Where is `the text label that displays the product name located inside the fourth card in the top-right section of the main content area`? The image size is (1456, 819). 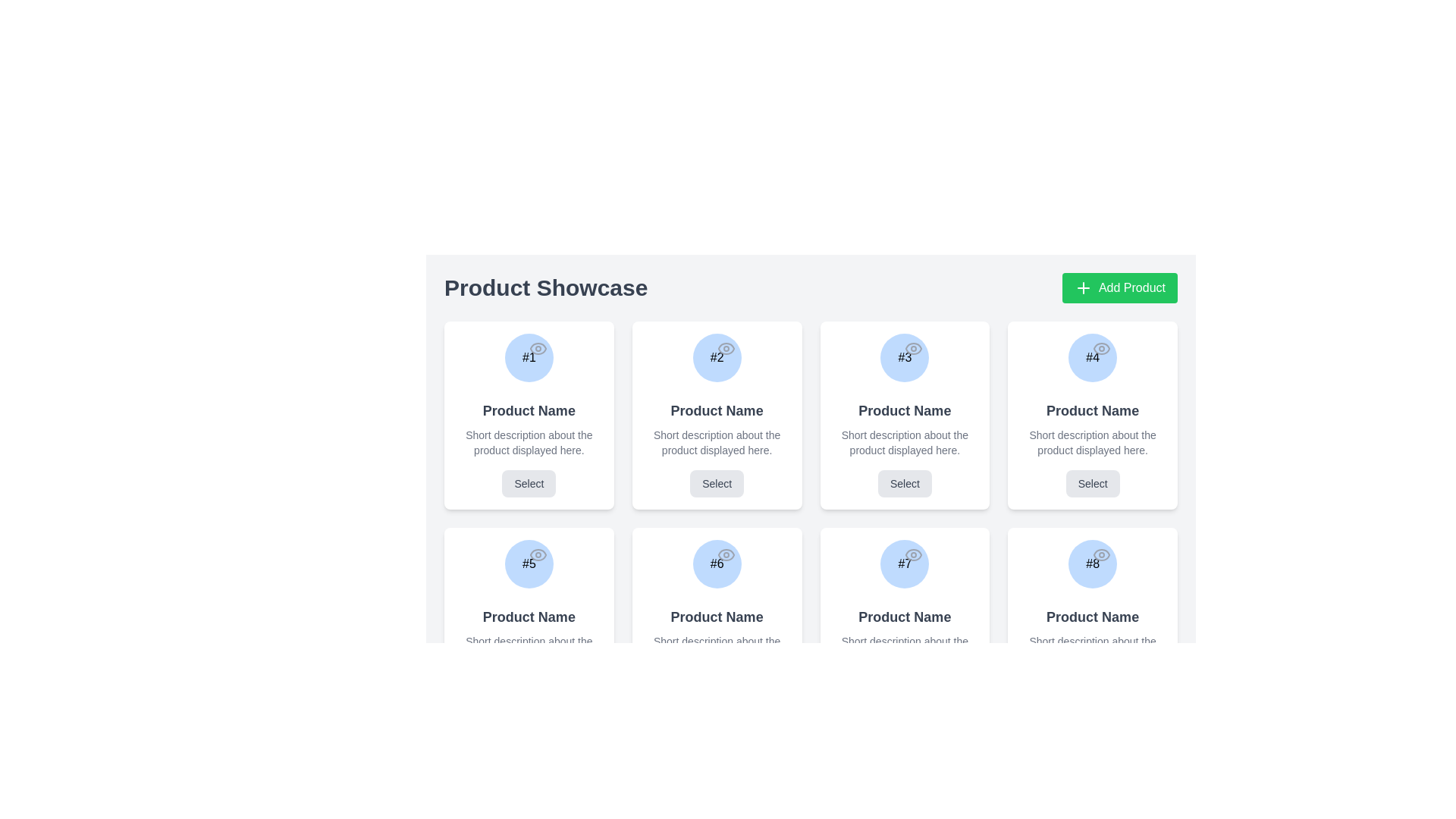 the text label that displays the product name located inside the fourth card in the top-right section of the main content area is located at coordinates (1093, 411).